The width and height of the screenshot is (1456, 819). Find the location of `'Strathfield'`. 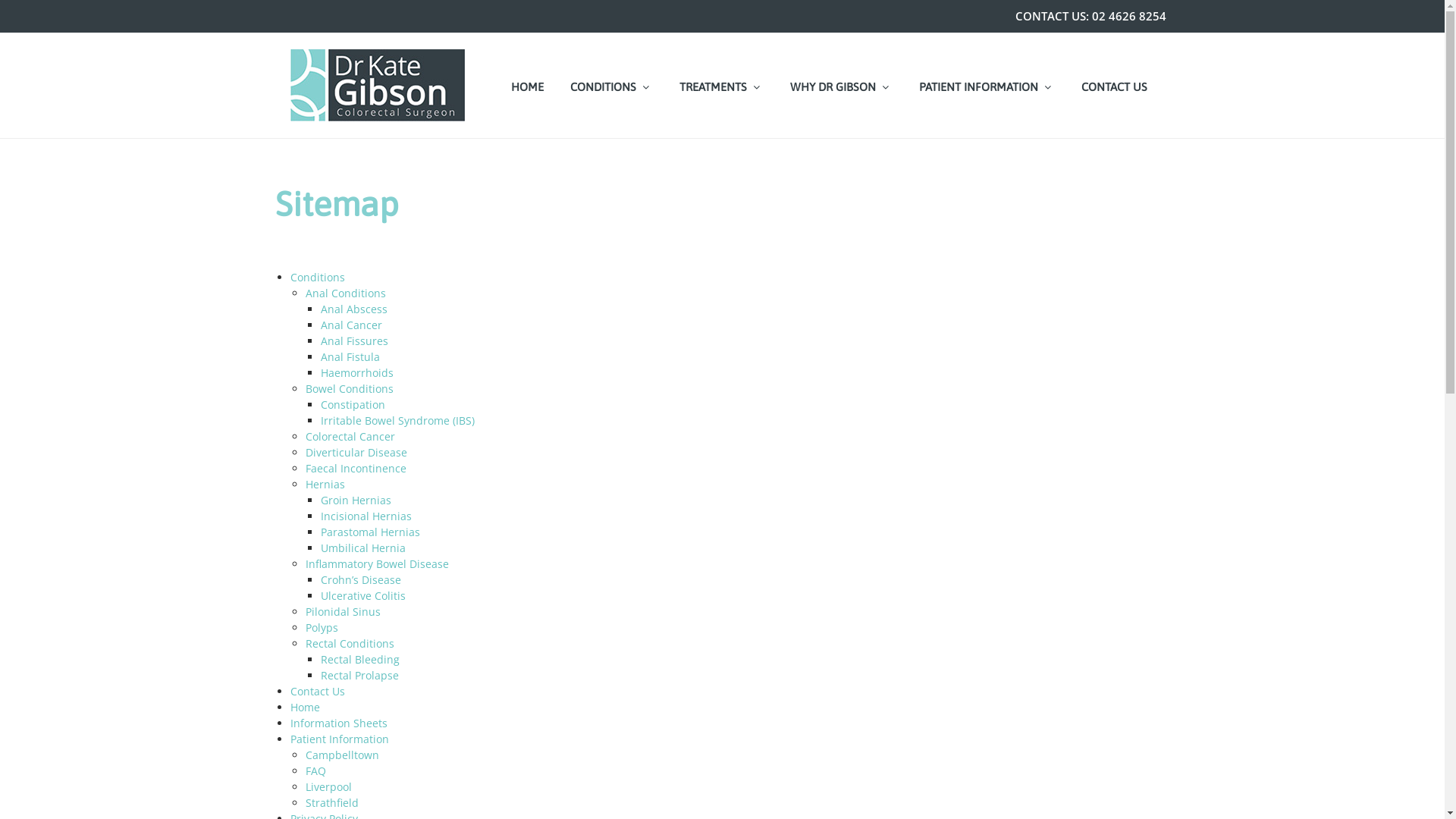

'Strathfield' is located at coordinates (330, 802).